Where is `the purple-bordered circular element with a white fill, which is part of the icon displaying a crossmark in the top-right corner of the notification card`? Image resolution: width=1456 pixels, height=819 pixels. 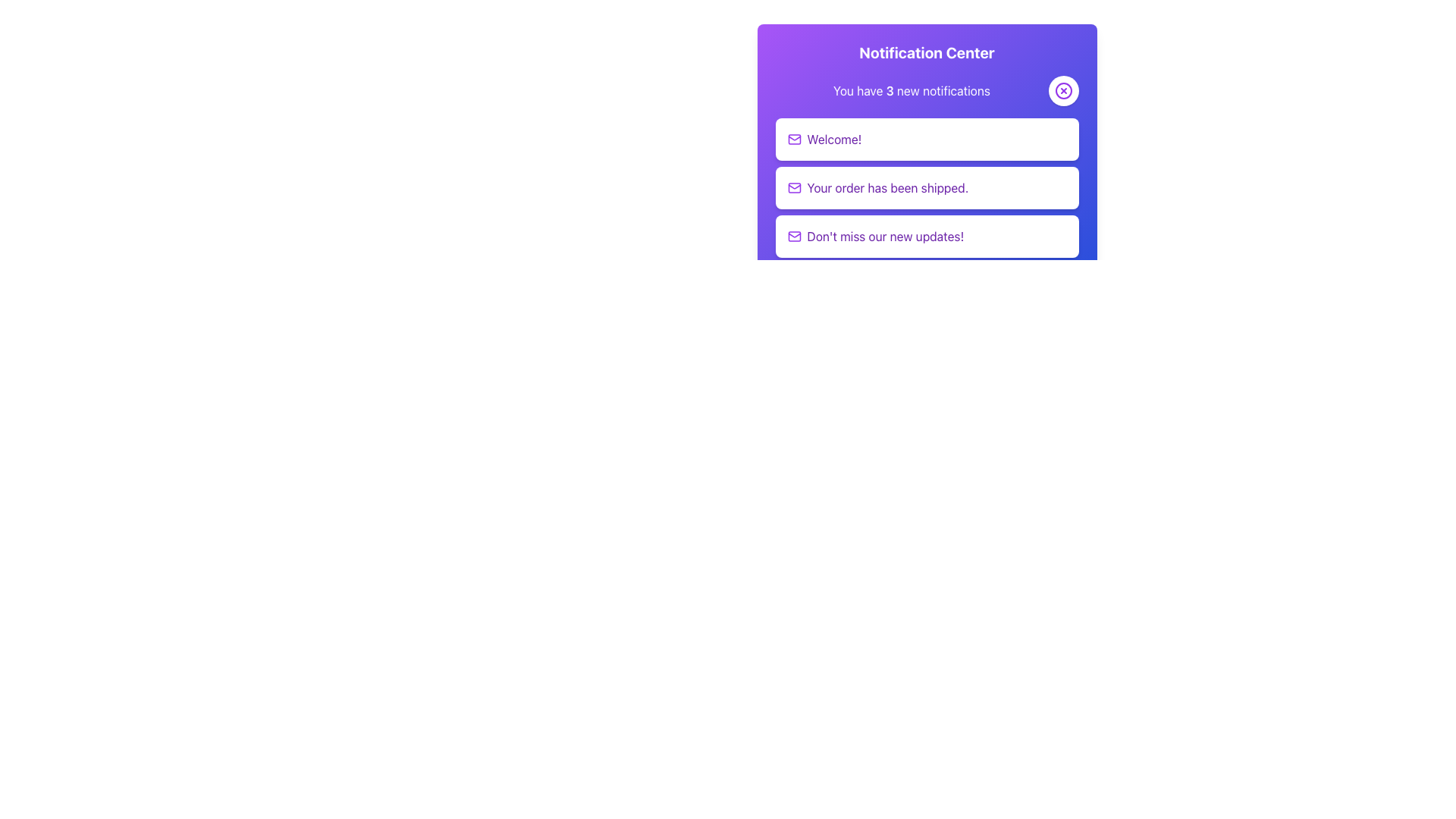 the purple-bordered circular element with a white fill, which is part of the icon displaying a crossmark in the top-right corner of the notification card is located at coordinates (1062, 90).